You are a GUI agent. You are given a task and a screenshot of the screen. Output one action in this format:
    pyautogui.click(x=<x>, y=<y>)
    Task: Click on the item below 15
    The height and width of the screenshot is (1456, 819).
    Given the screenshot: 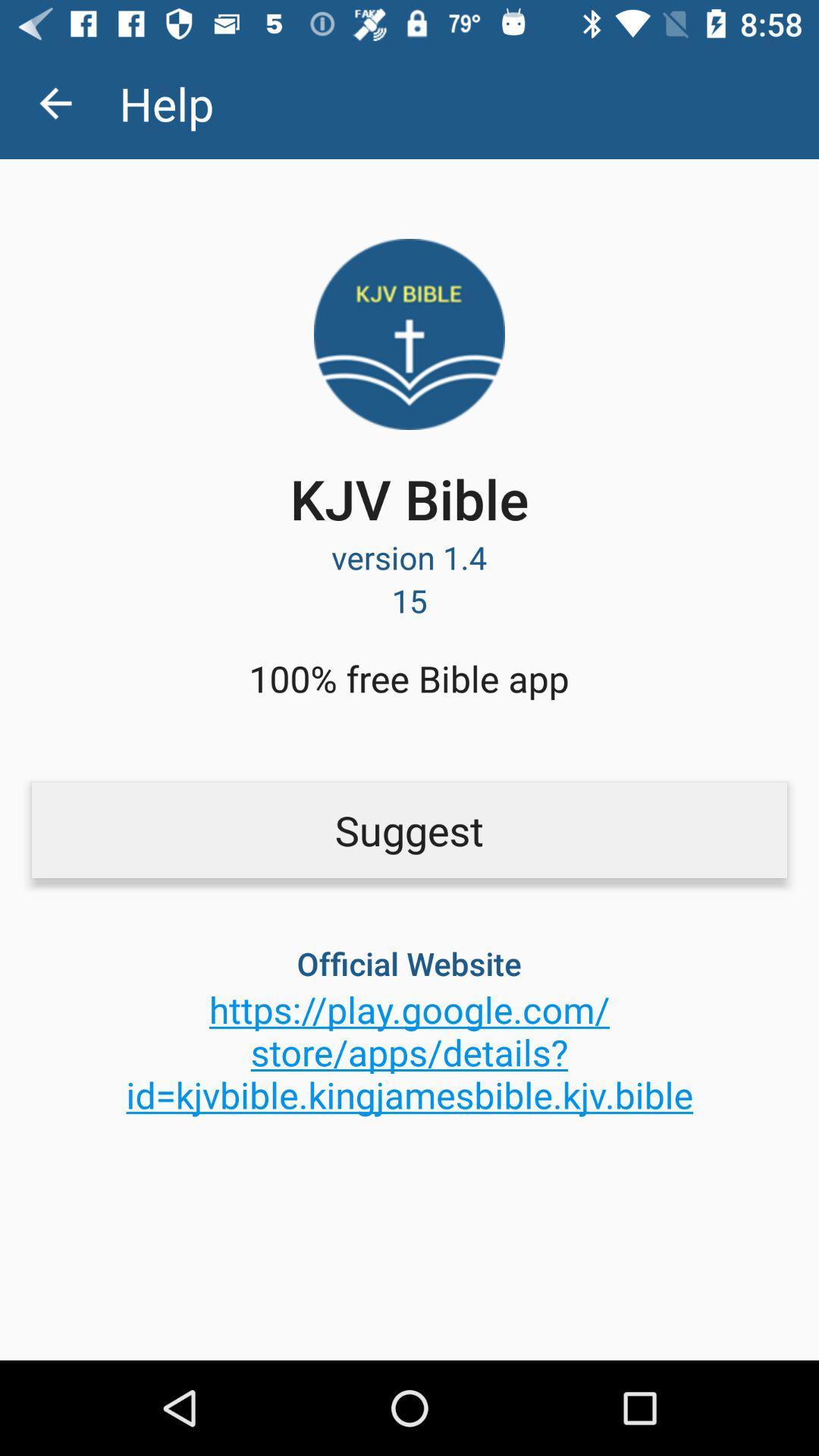 What is the action you would take?
    pyautogui.click(x=408, y=677)
    